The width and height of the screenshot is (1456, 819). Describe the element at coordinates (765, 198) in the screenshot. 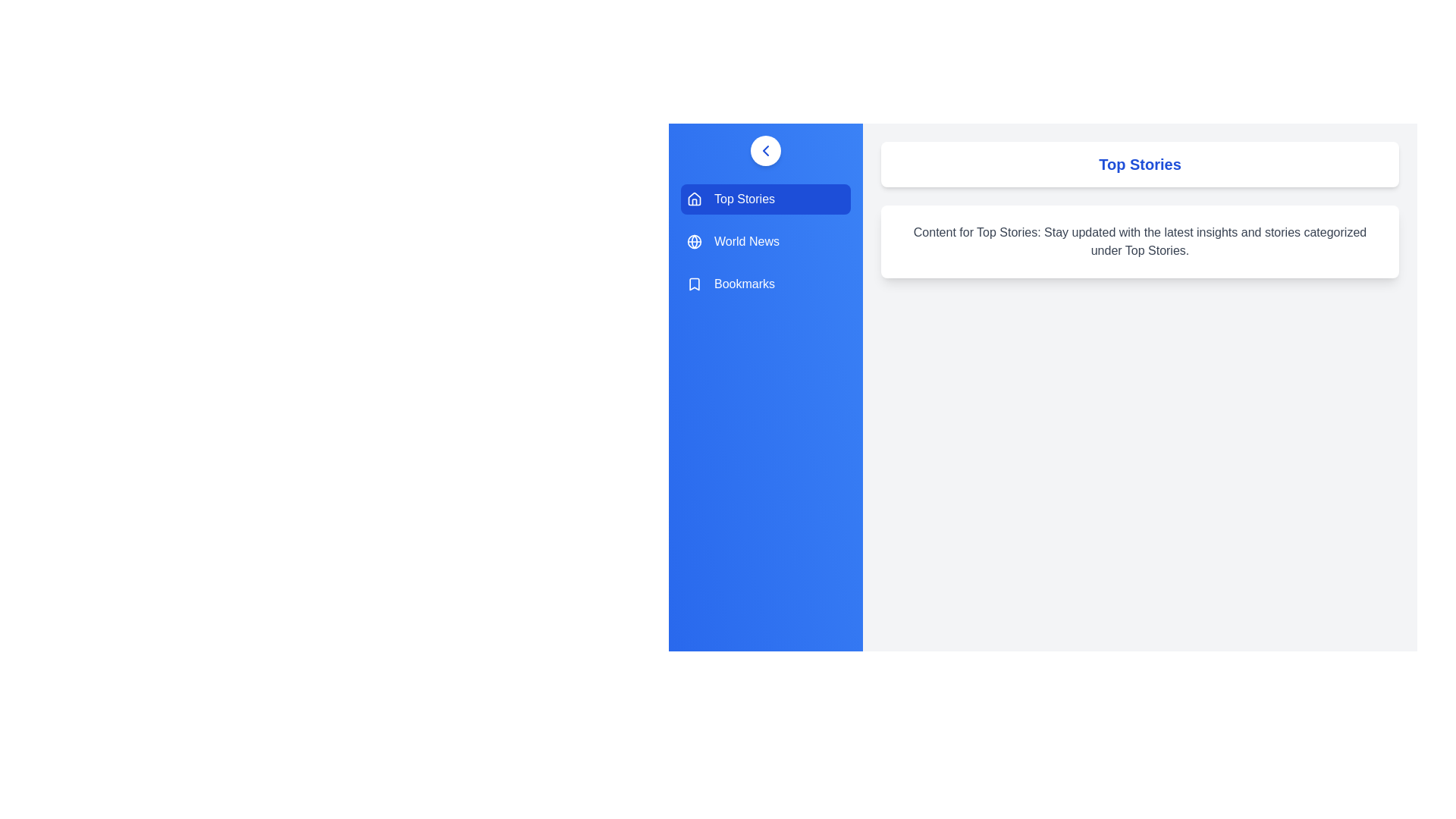

I see `the category Top Stories from the list` at that location.